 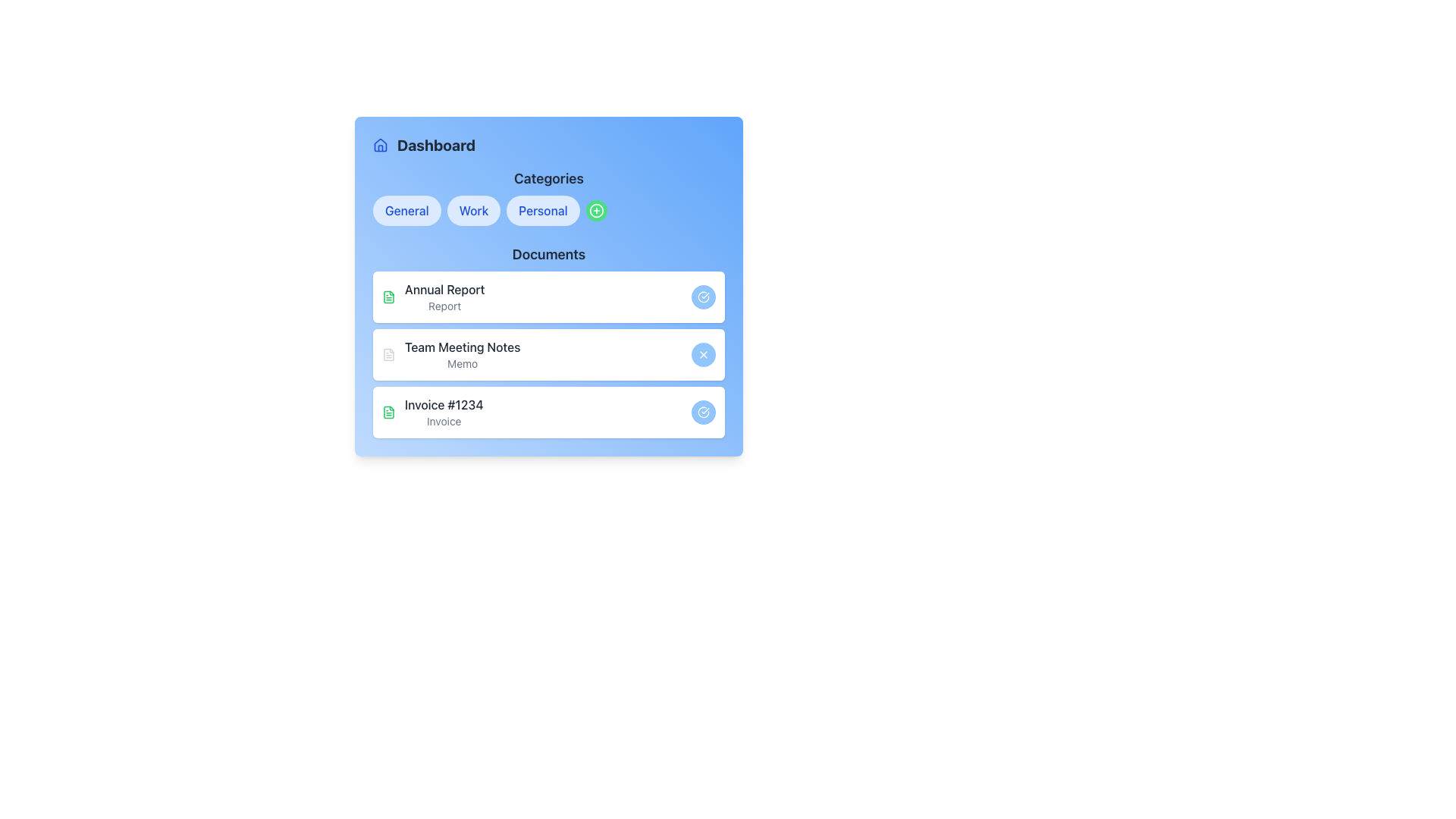 What do you see at coordinates (444, 306) in the screenshot?
I see `text content of the descriptive label positioned under the 'Annual Report' title, which is the second line of text in the document list` at bounding box center [444, 306].